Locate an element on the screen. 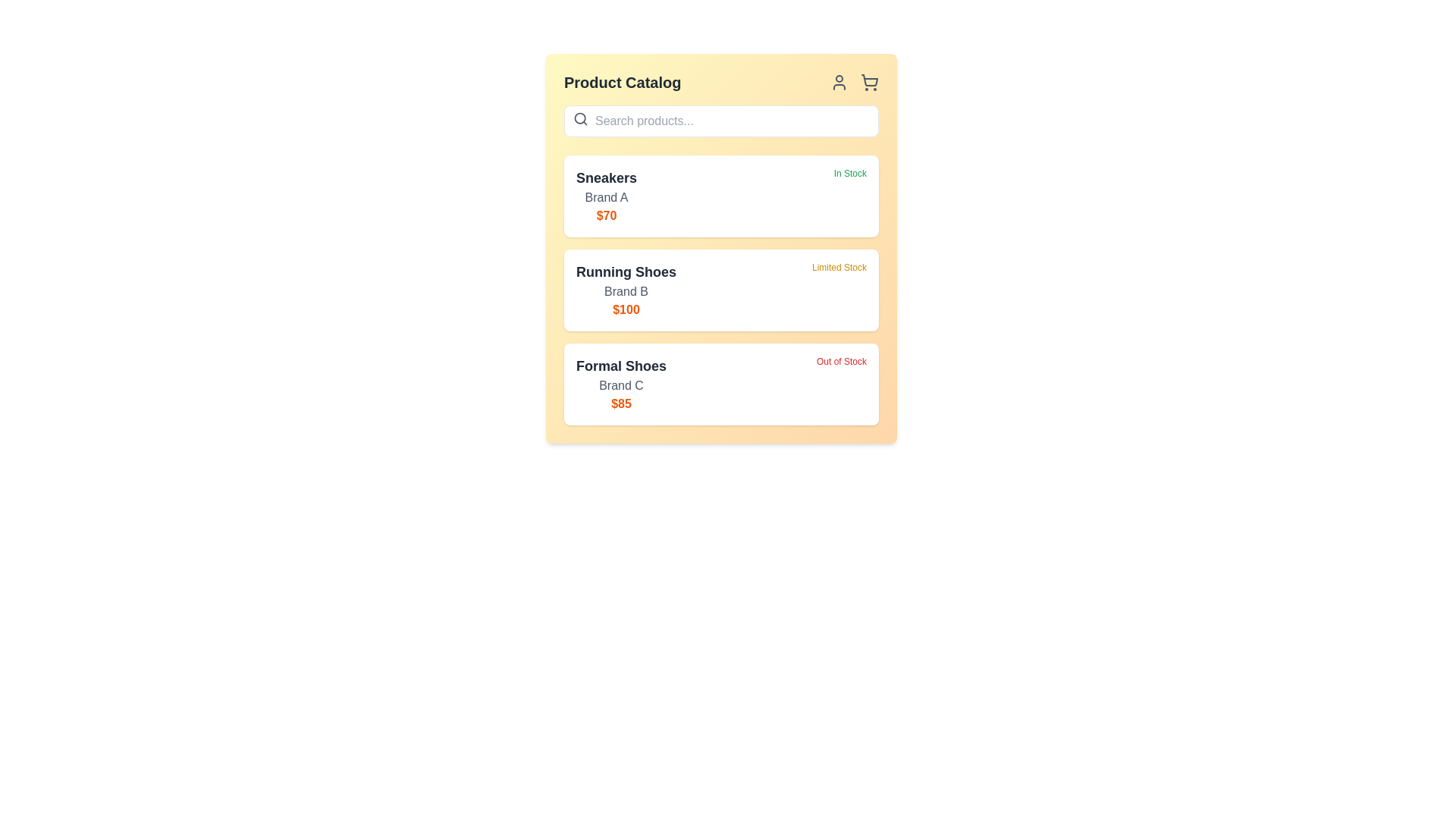  text content of the label indicating the brand name associated with the product, located below the 'Sneakers' title and above the '$70' price tag in the first product item of the catalog is located at coordinates (607, 197).